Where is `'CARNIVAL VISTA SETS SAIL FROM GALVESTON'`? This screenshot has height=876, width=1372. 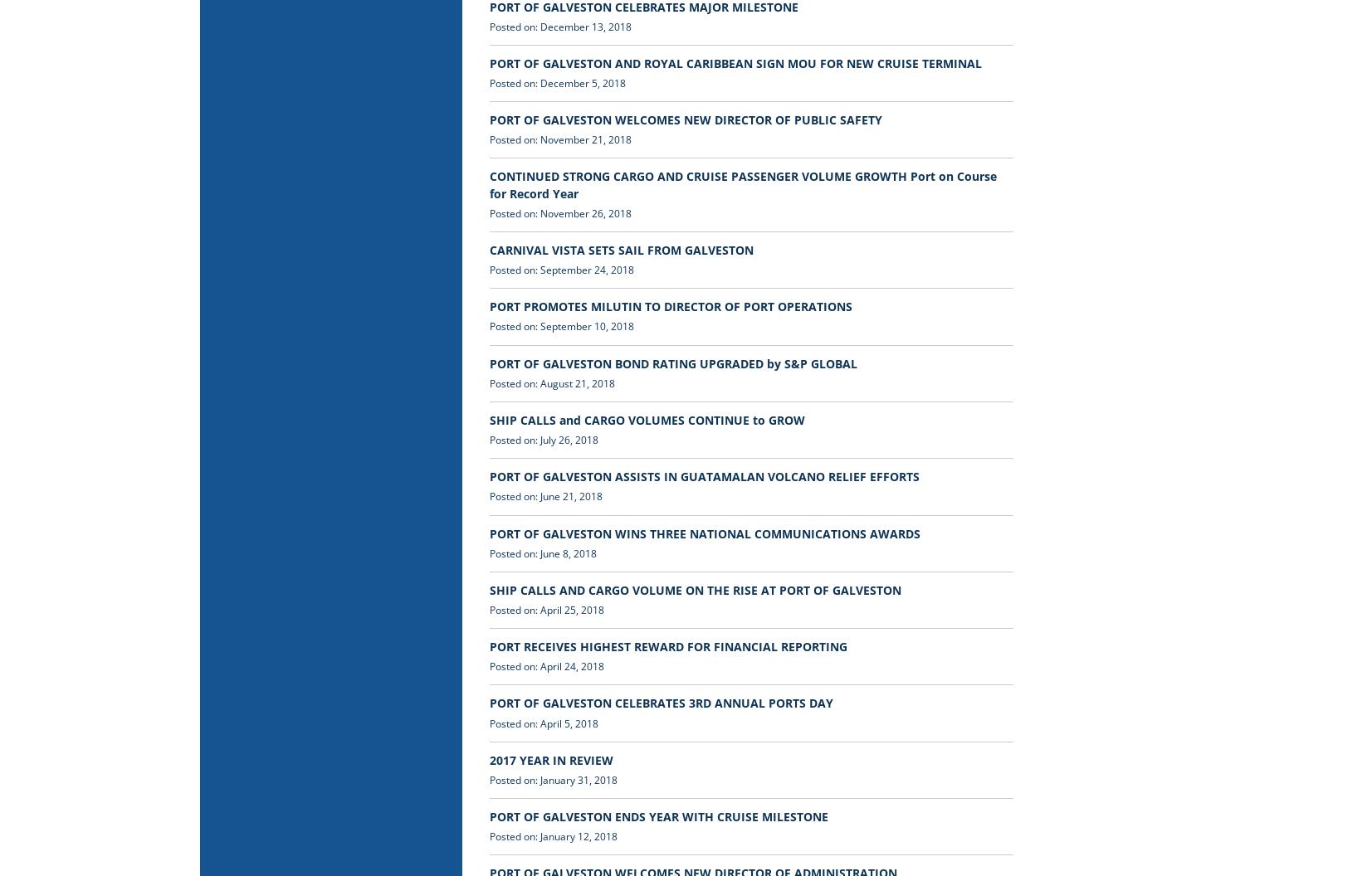 'CARNIVAL VISTA SETS SAIL FROM GALVESTON' is located at coordinates (488, 249).